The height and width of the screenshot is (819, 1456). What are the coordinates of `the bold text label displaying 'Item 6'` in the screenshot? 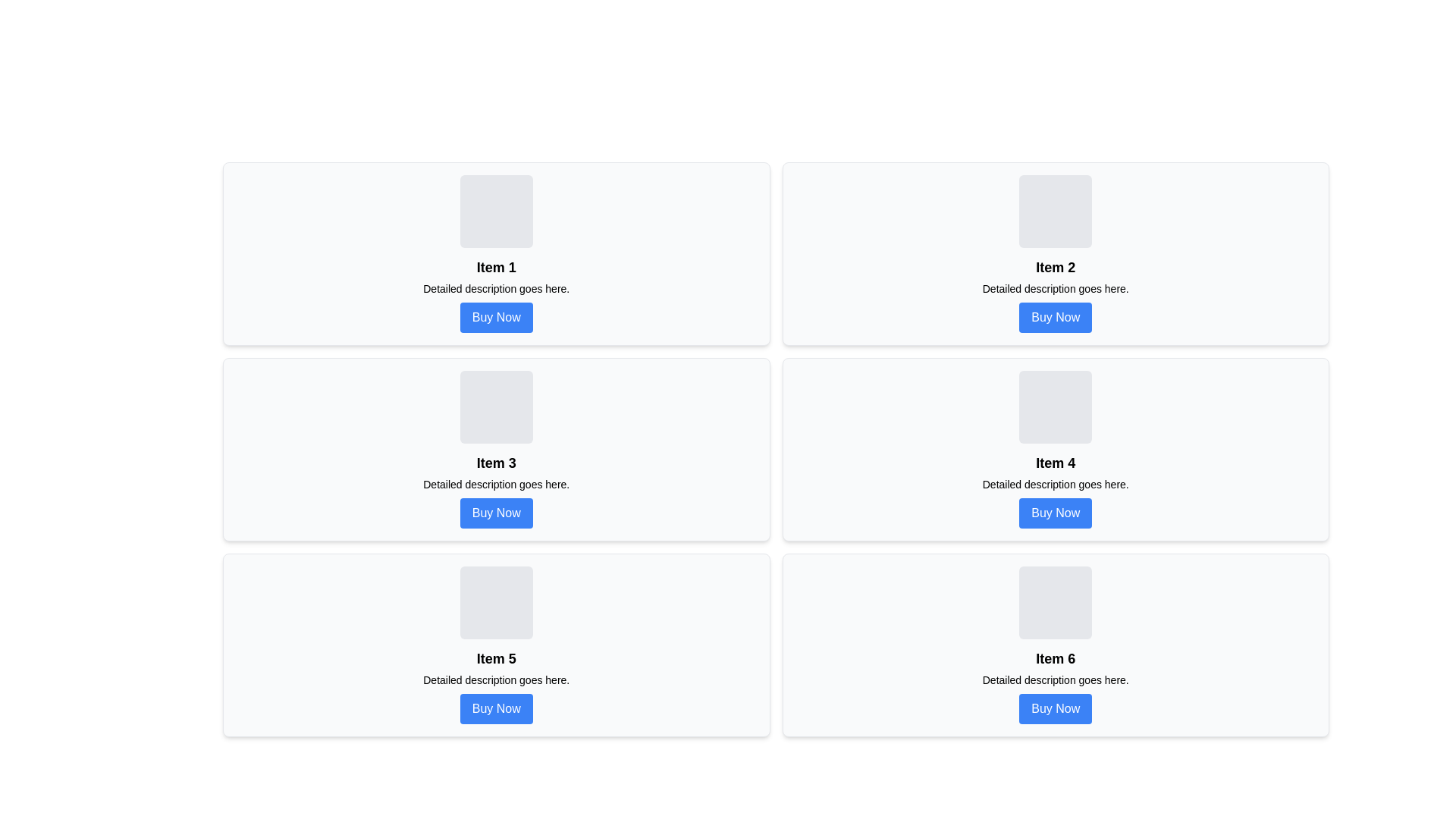 It's located at (1055, 657).